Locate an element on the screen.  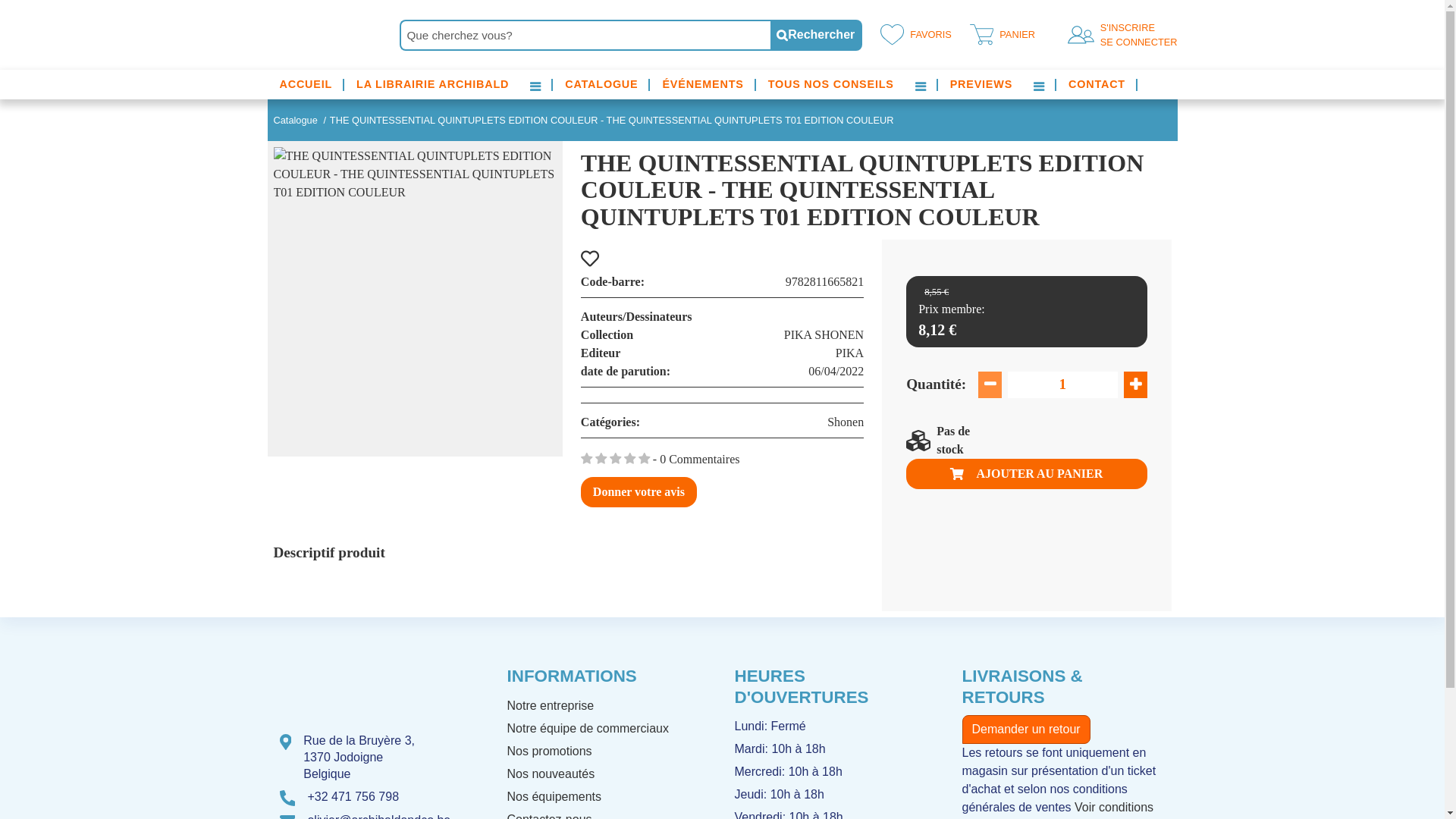
'CATALOGUE' is located at coordinates (600, 84).